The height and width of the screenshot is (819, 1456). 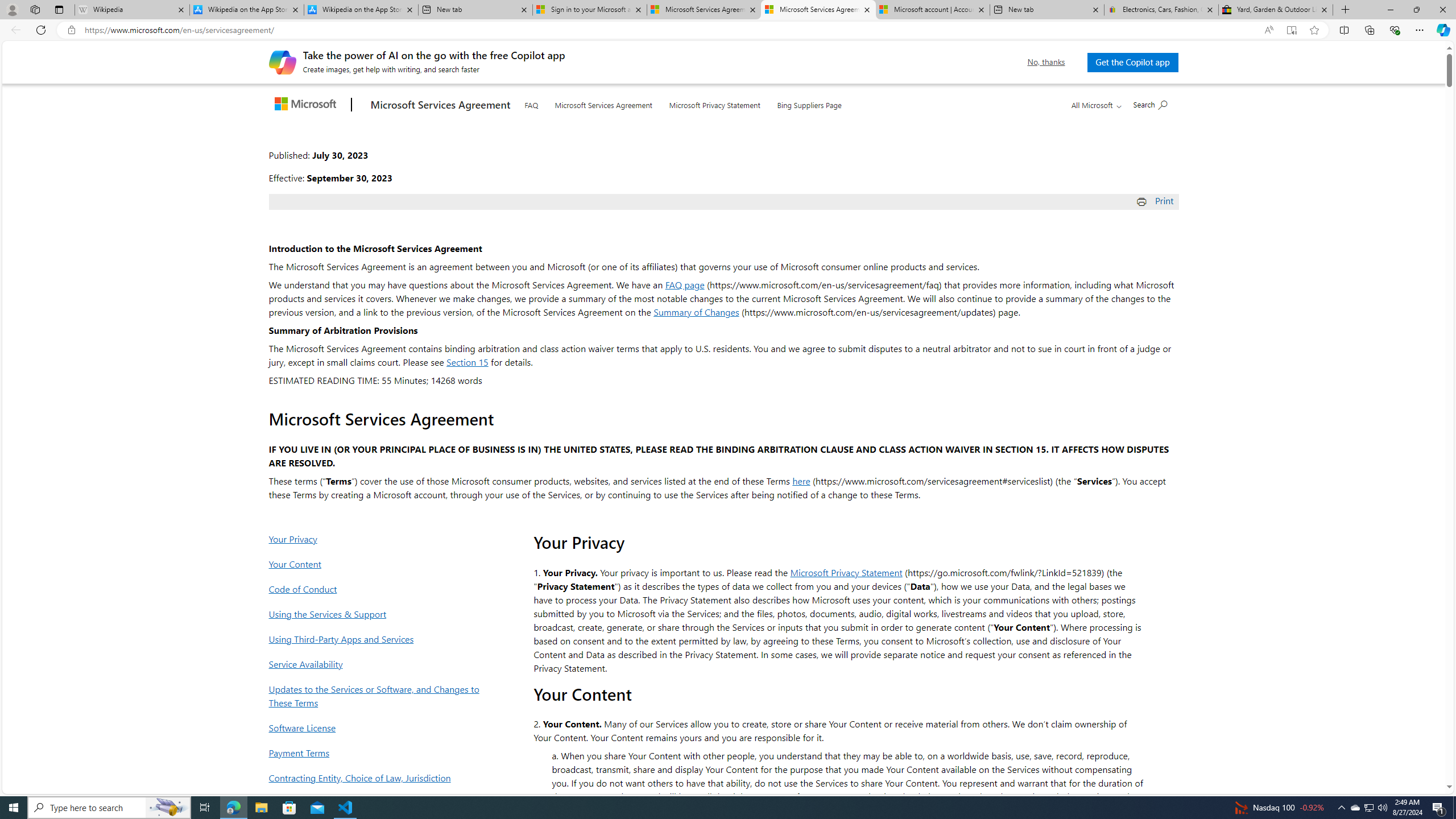 What do you see at coordinates (1291, 30) in the screenshot?
I see `'Enter Immersive Reader (F9)'` at bounding box center [1291, 30].